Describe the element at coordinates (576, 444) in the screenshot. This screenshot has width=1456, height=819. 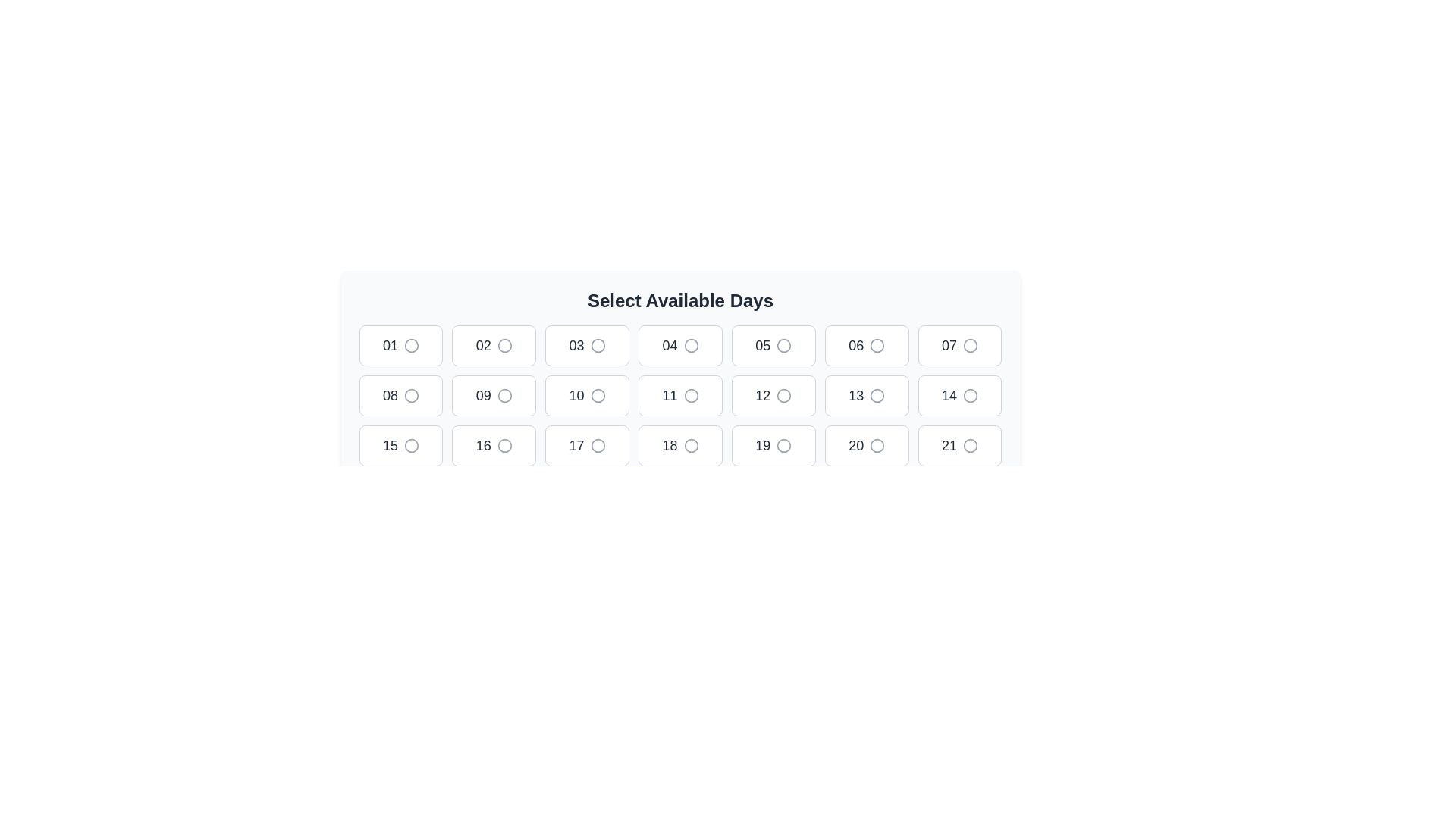
I see `the Text Display element that shows the number '17', located in the sixth box of the third row in a grid layout` at that location.